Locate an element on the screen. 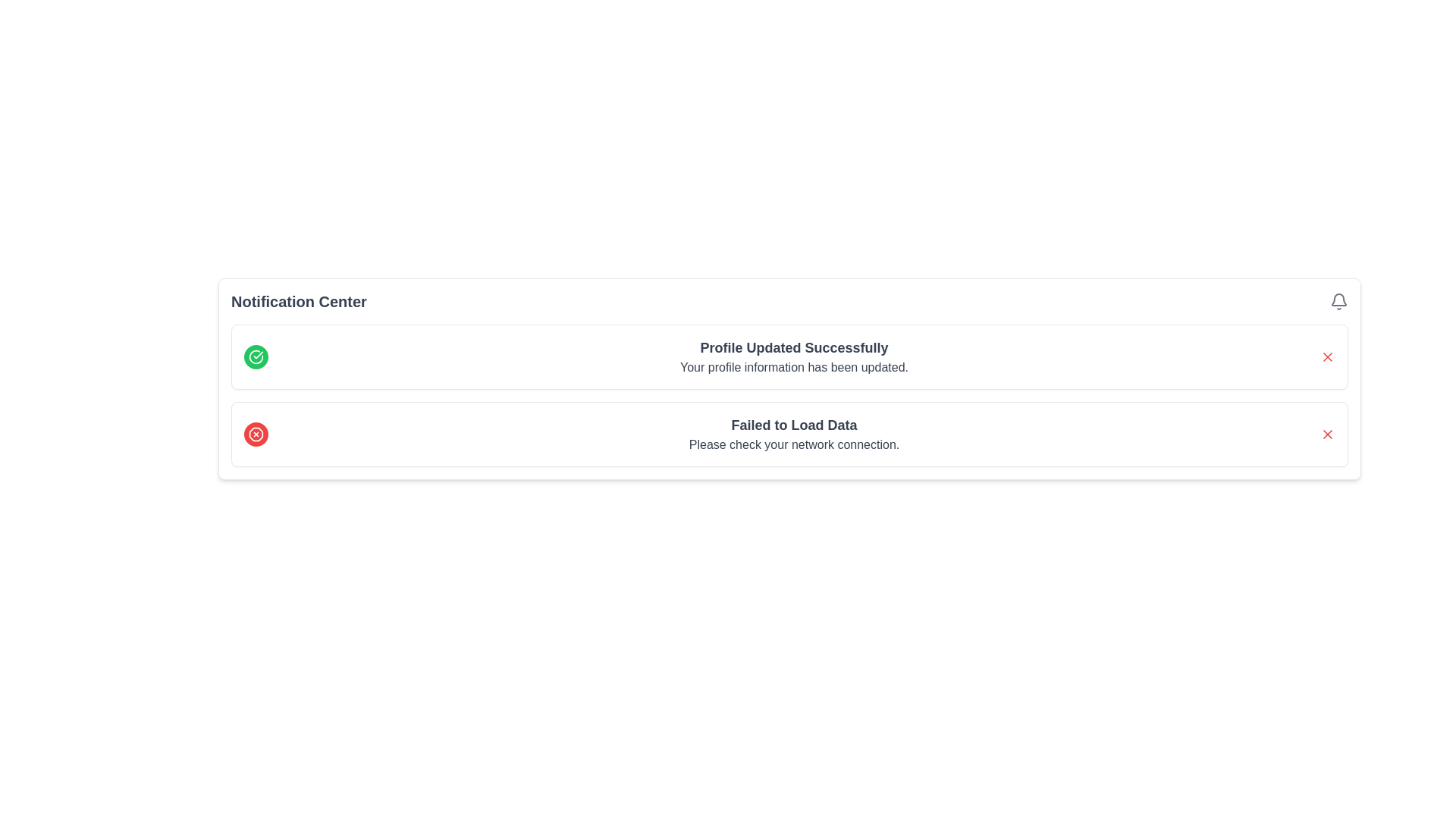 The width and height of the screenshot is (1456, 819). the text label displaying 'Profile Updated Successfully' is located at coordinates (793, 348).